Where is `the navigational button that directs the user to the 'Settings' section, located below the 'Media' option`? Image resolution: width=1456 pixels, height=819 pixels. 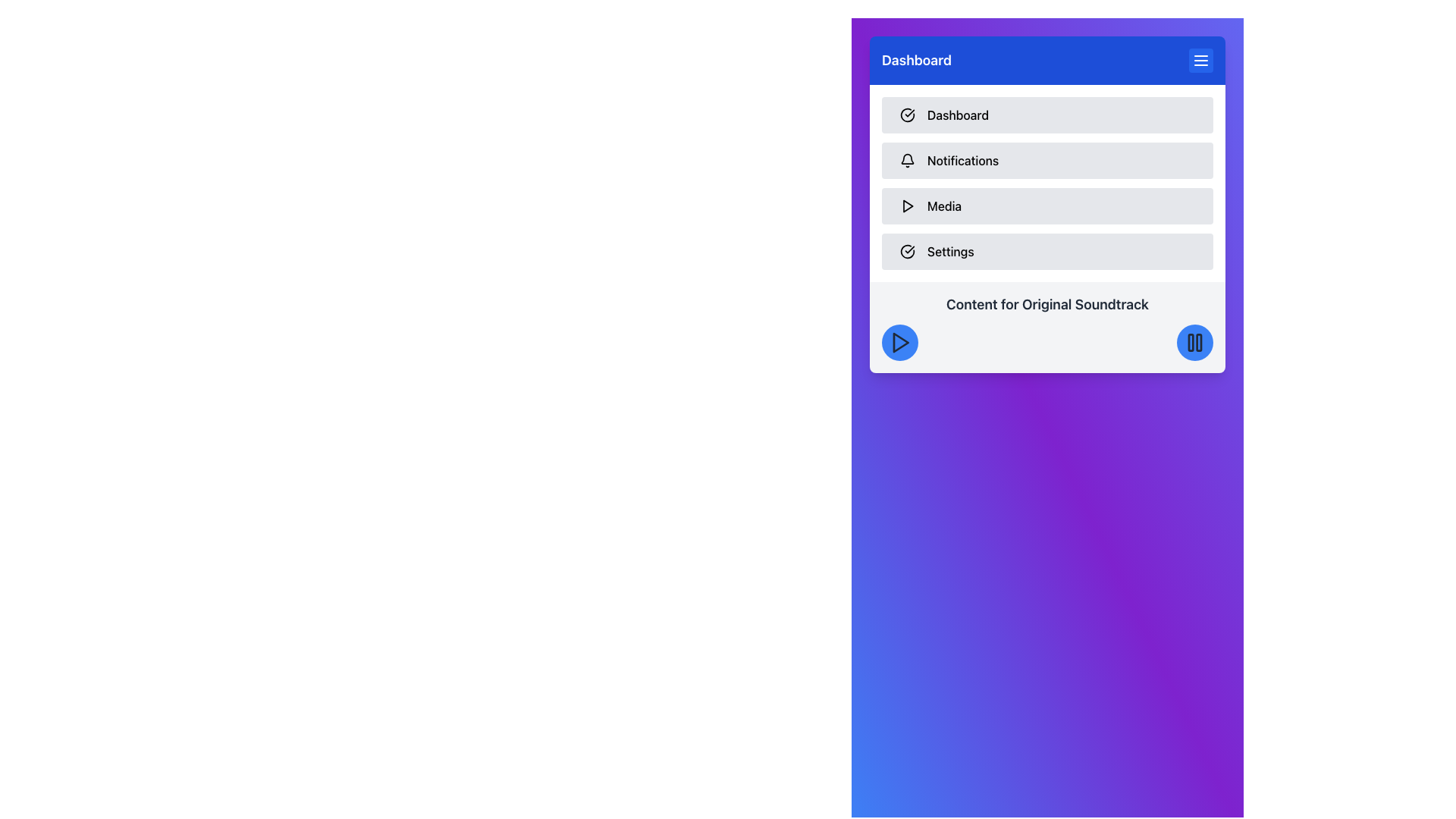
the navigational button that directs the user to the 'Settings' section, located below the 'Media' option is located at coordinates (1046, 250).